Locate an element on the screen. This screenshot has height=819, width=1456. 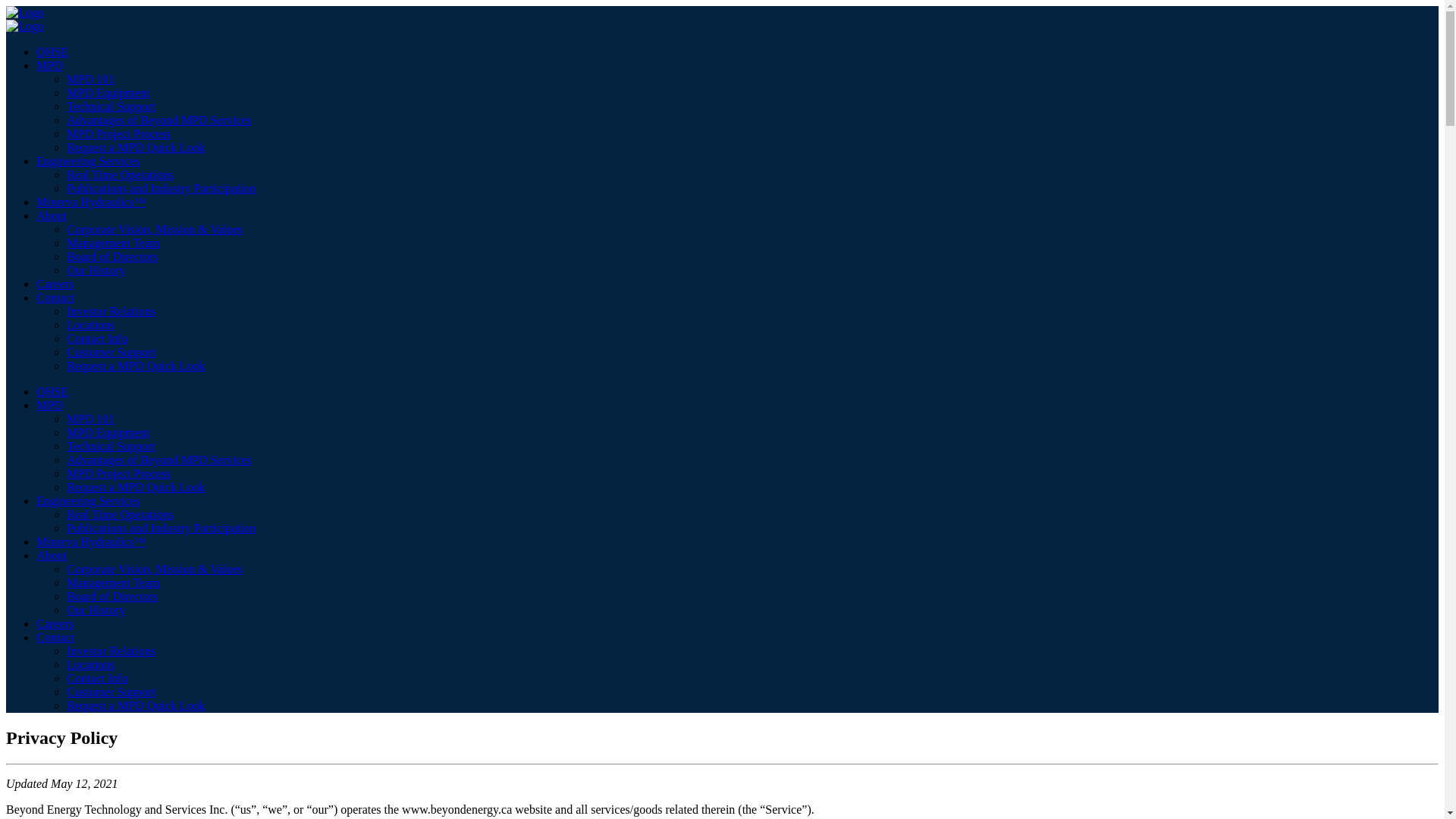
'Advantages of Beyond MPD Services' is located at coordinates (159, 119).